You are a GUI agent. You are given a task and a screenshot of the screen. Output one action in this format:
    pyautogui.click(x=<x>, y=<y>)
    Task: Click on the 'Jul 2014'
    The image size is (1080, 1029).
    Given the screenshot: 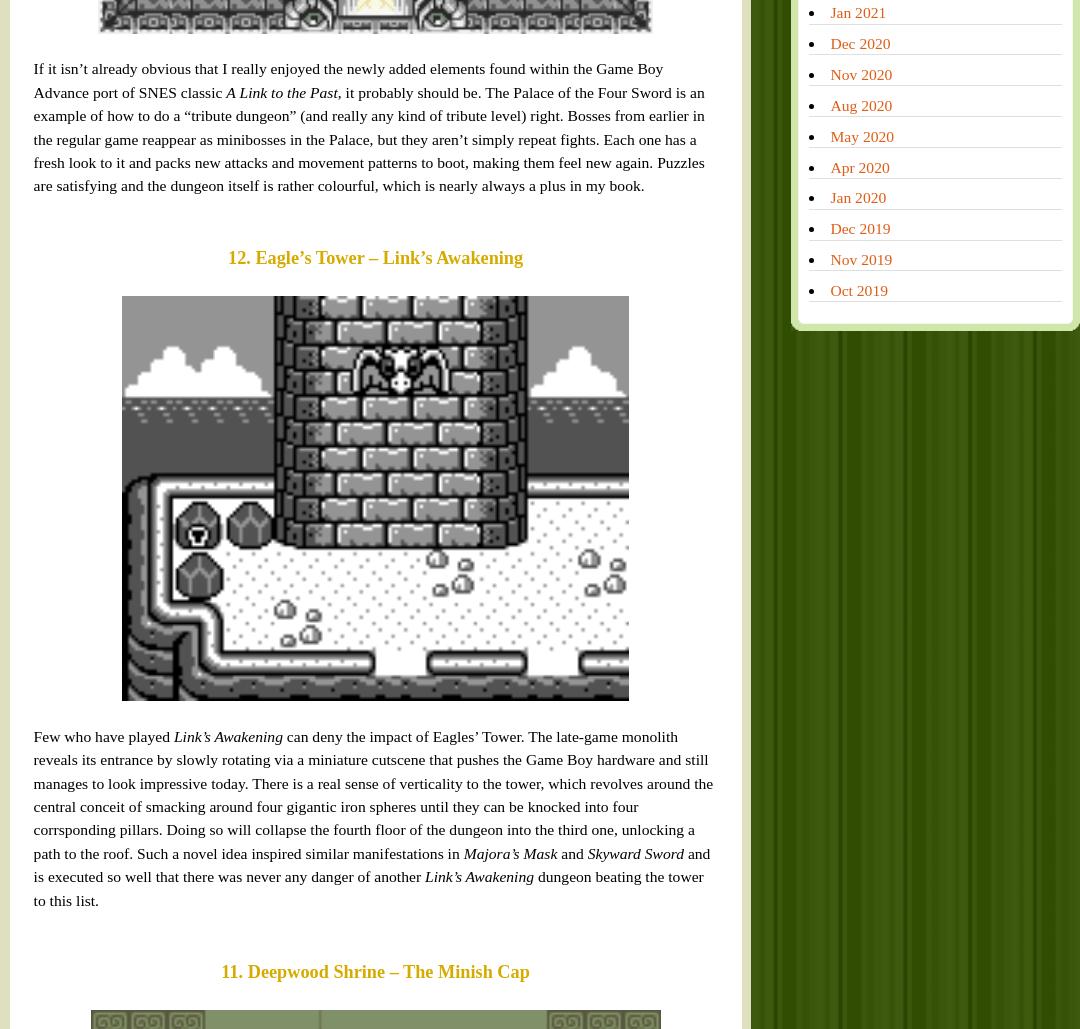 What is the action you would take?
    pyautogui.click(x=712, y=986)
    